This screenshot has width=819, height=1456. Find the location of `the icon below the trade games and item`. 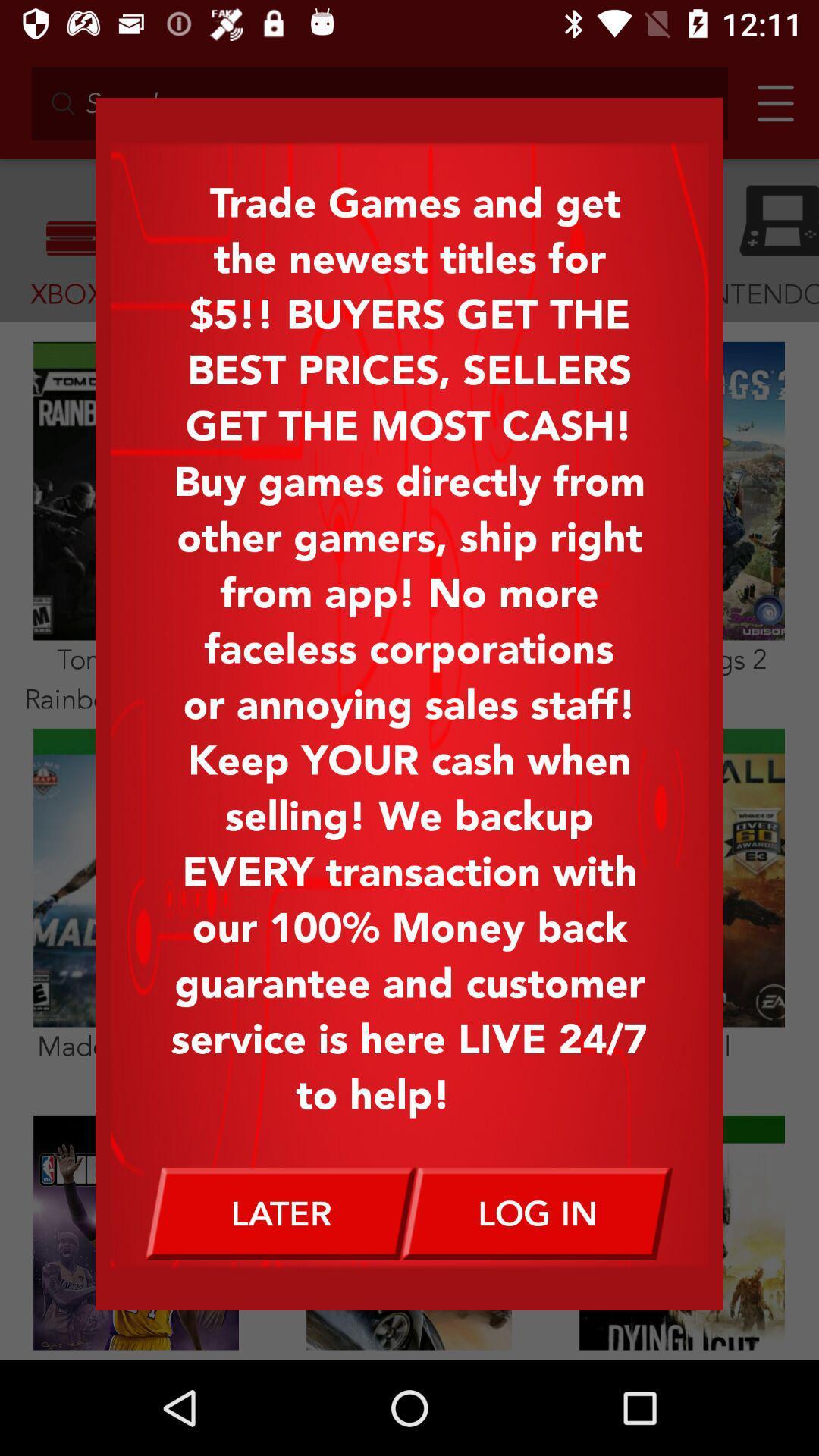

the icon below the trade games and item is located at coordinates (281, 1213).